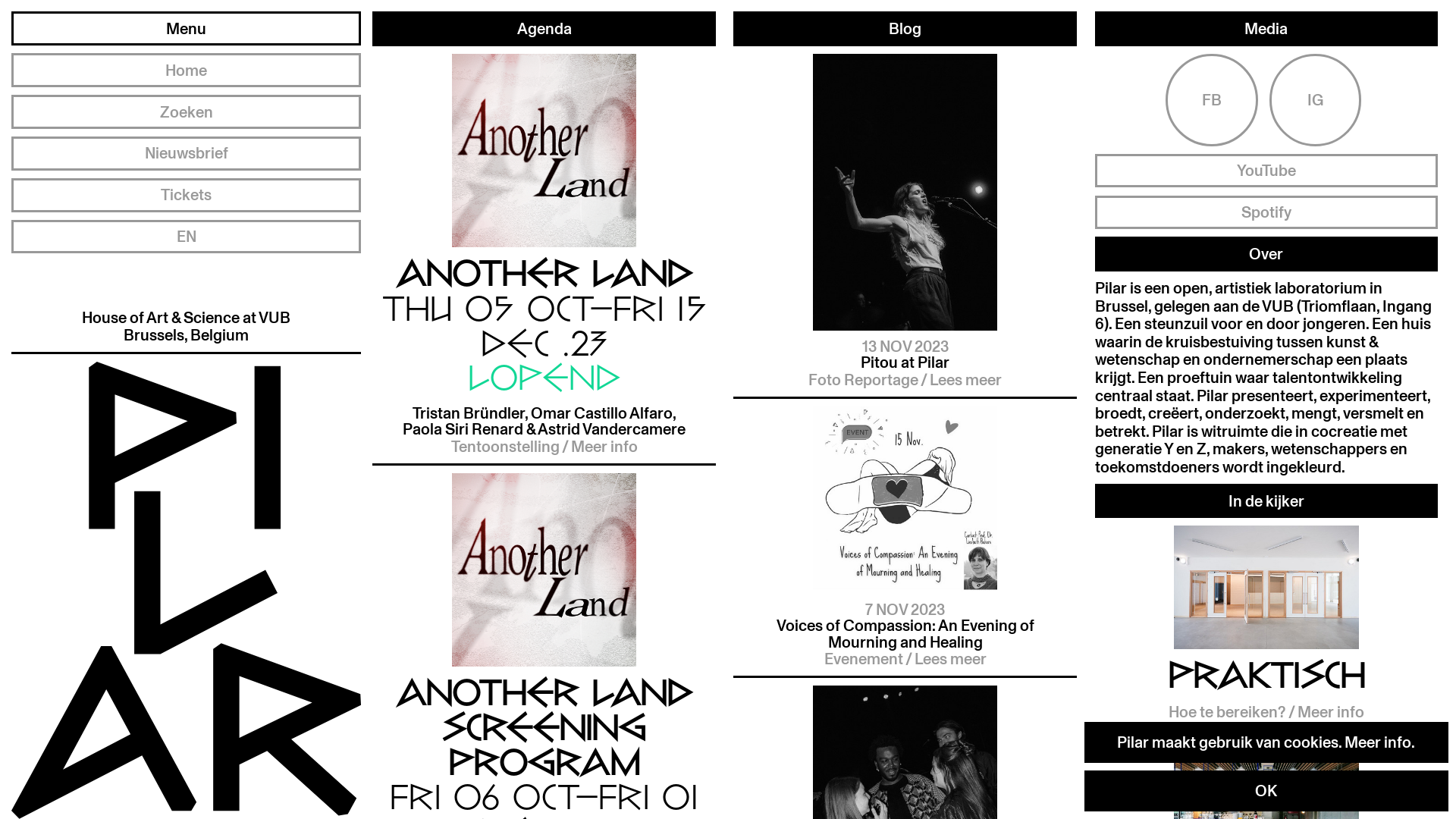 The width and height of the screenshot is (1456, 819). What do you see at coordinates (185, 194) in the screenshot?
I see `'Tickets'` at bounding box center [185, 194].